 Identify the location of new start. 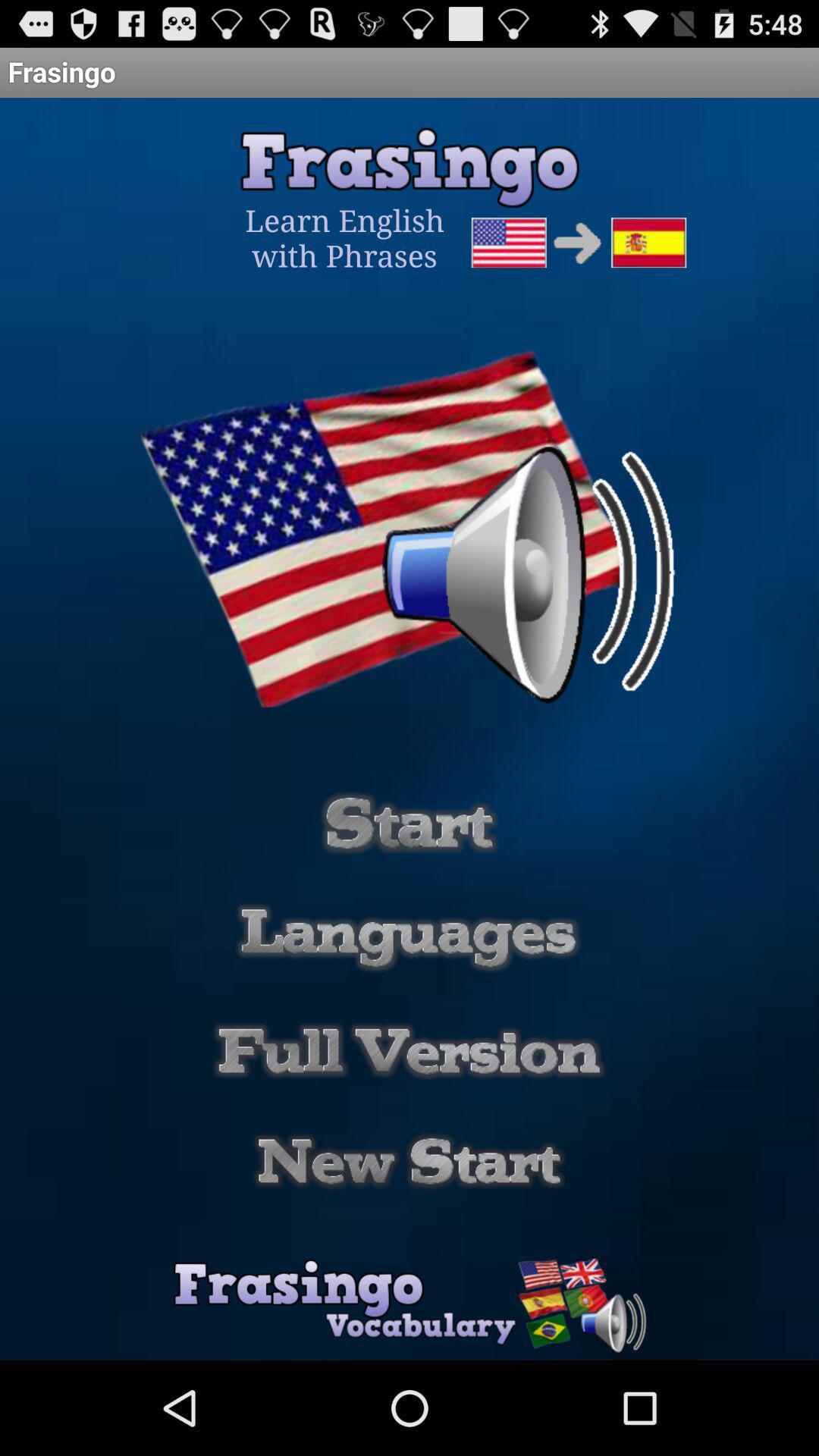
(409, 1160).